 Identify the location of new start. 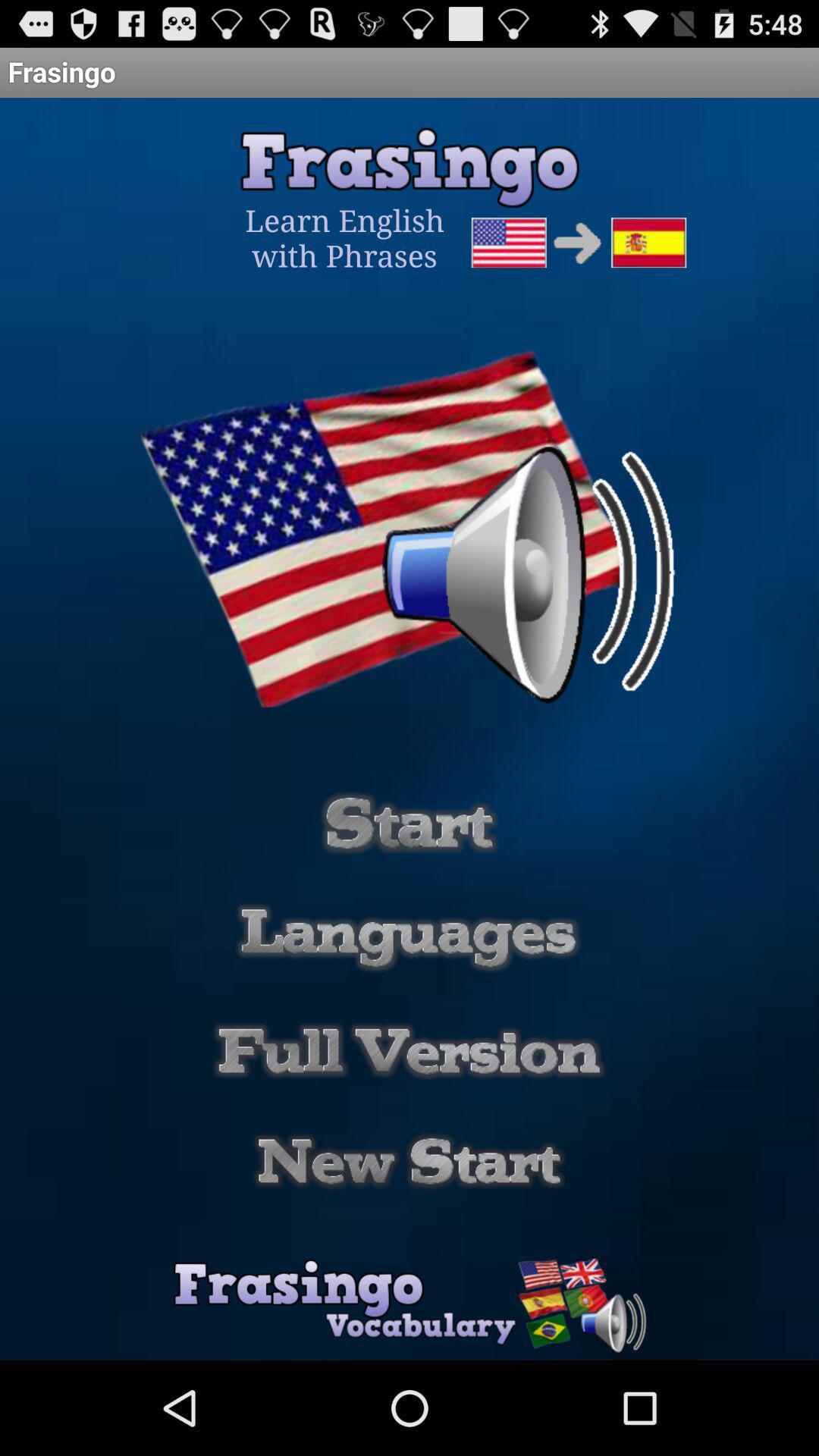
(409, 1160).